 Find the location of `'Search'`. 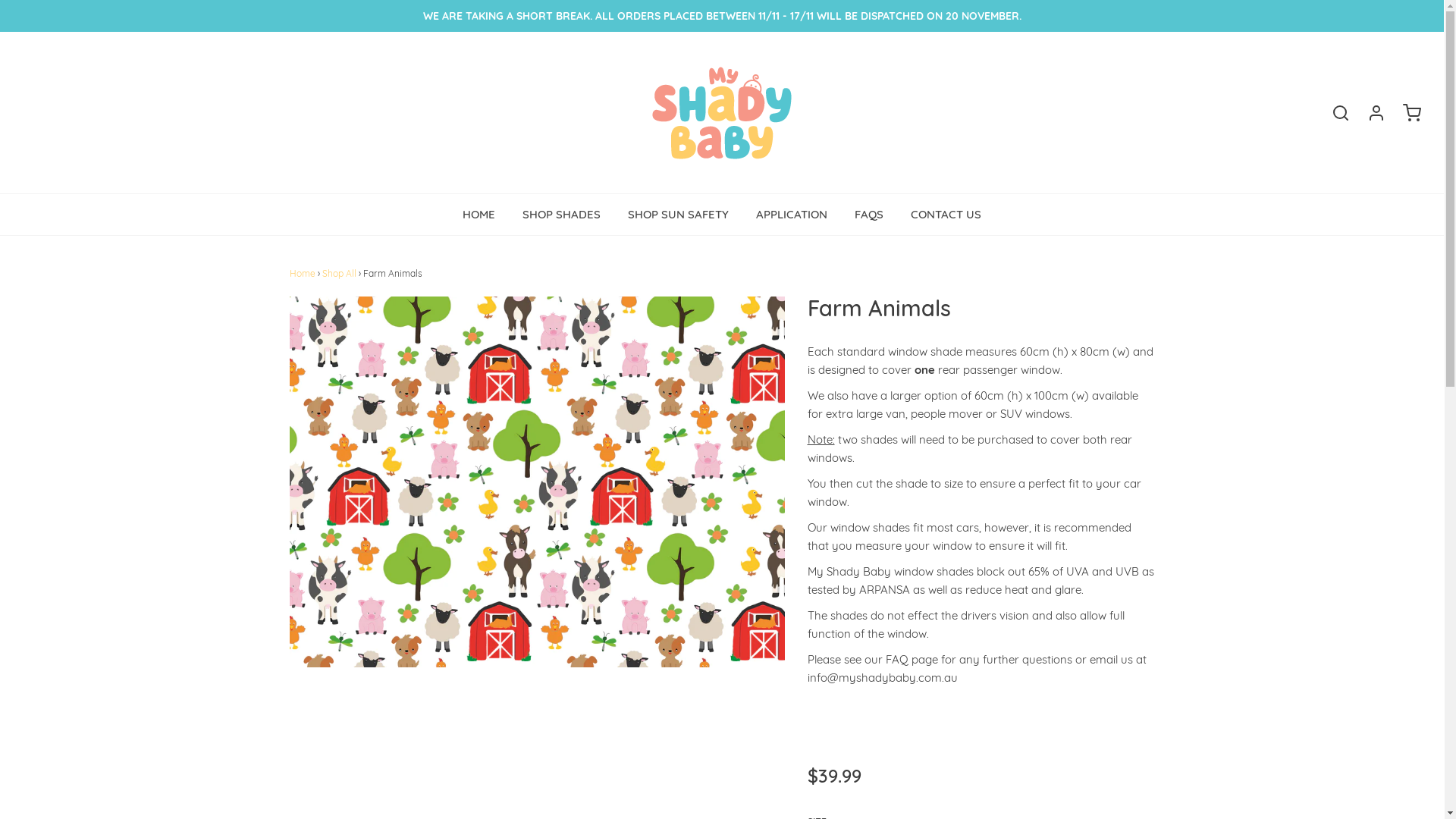

'Search' is located at coordinates (1332, 112).